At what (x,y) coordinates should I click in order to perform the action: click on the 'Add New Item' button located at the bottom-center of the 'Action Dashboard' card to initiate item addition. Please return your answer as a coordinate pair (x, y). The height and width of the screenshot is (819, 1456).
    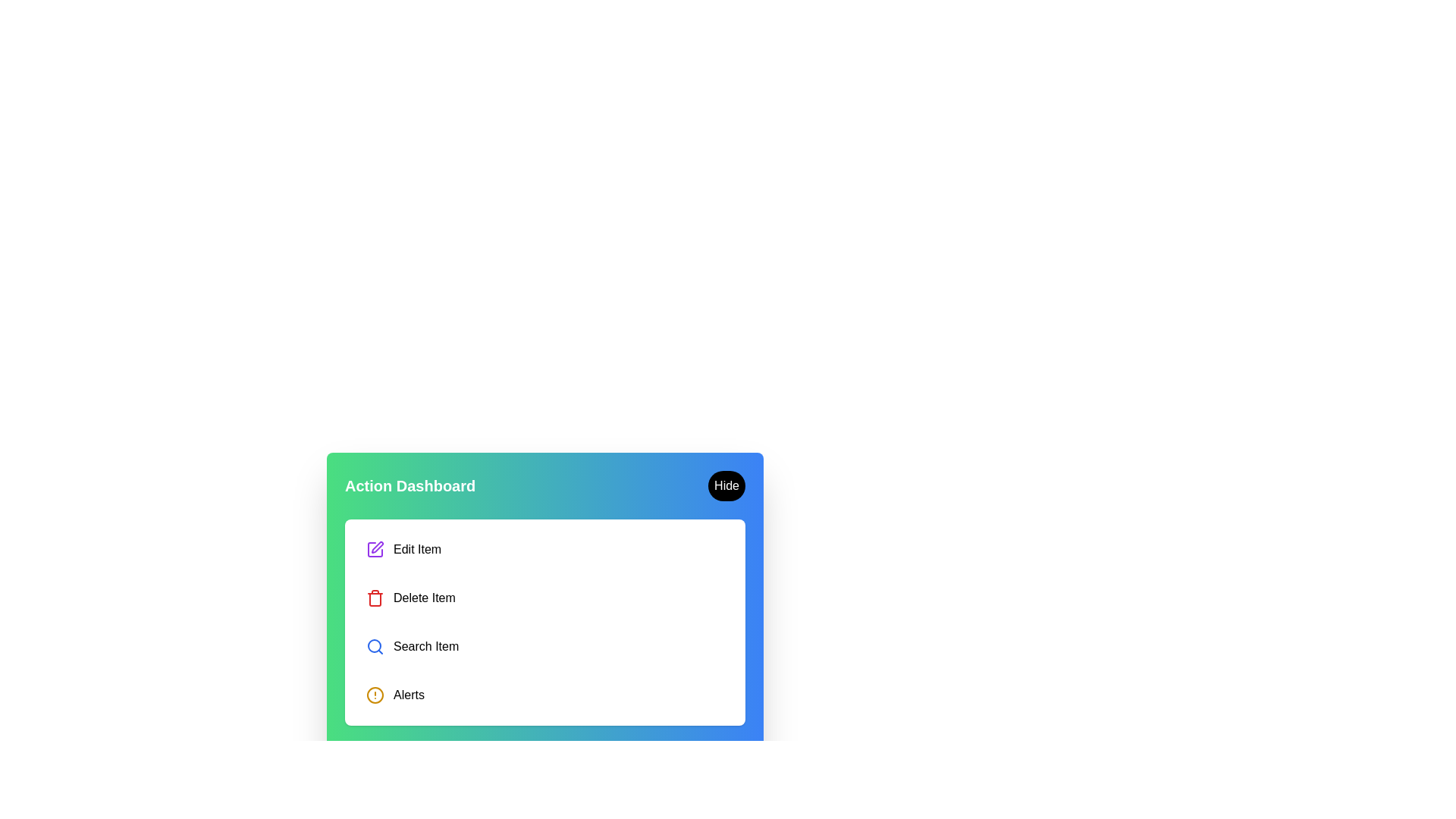
    Looking at the image, I should click on (545, 759).